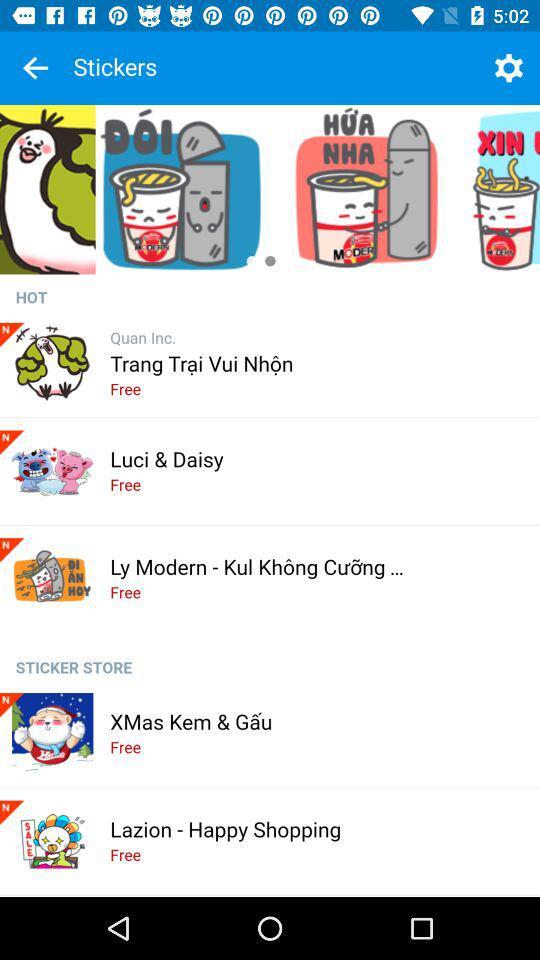  I want to click on previous, so click(35, 68).